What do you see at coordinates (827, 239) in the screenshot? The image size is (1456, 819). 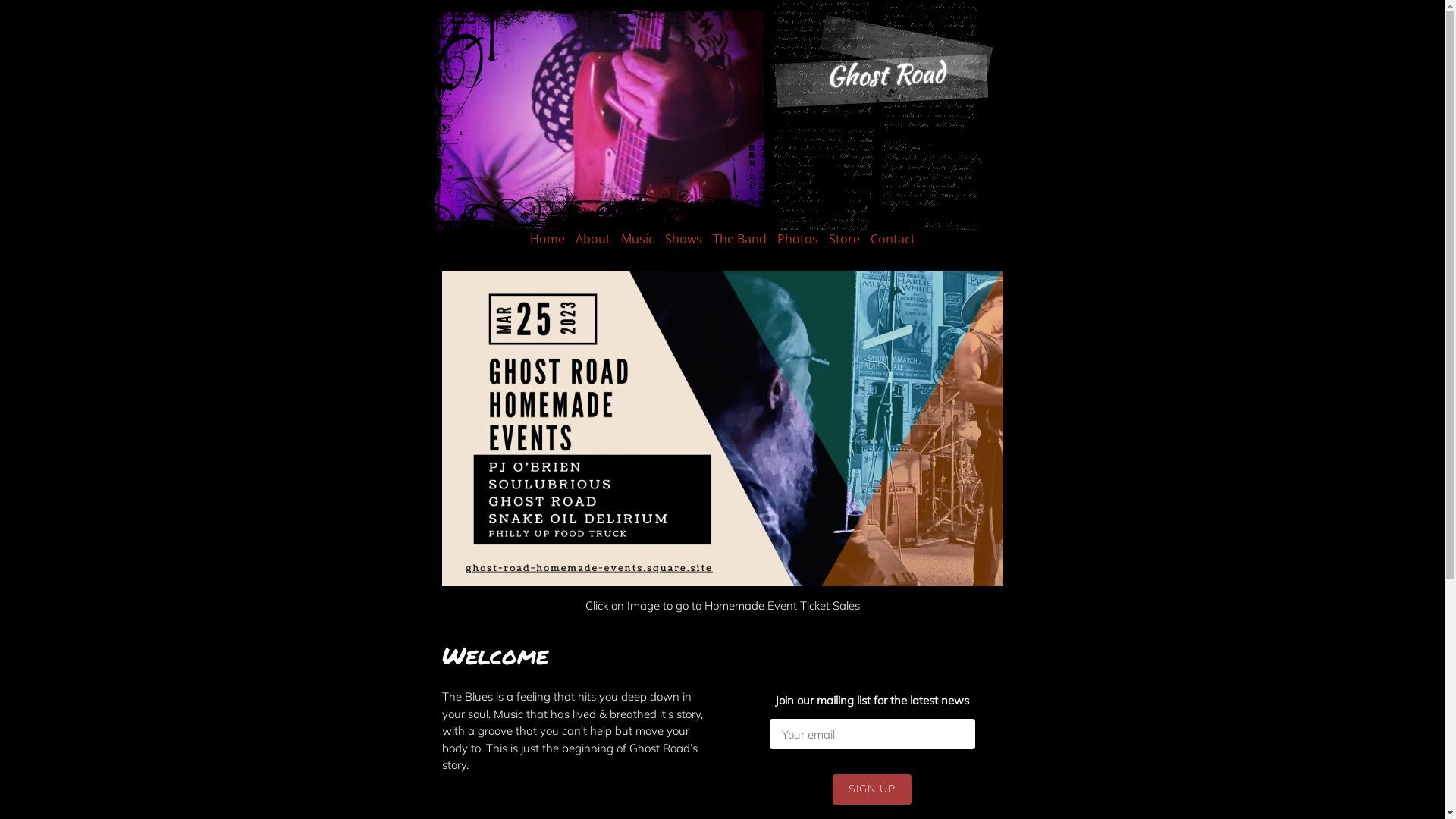 I see `'Store'` at bounding box center [827, 239].